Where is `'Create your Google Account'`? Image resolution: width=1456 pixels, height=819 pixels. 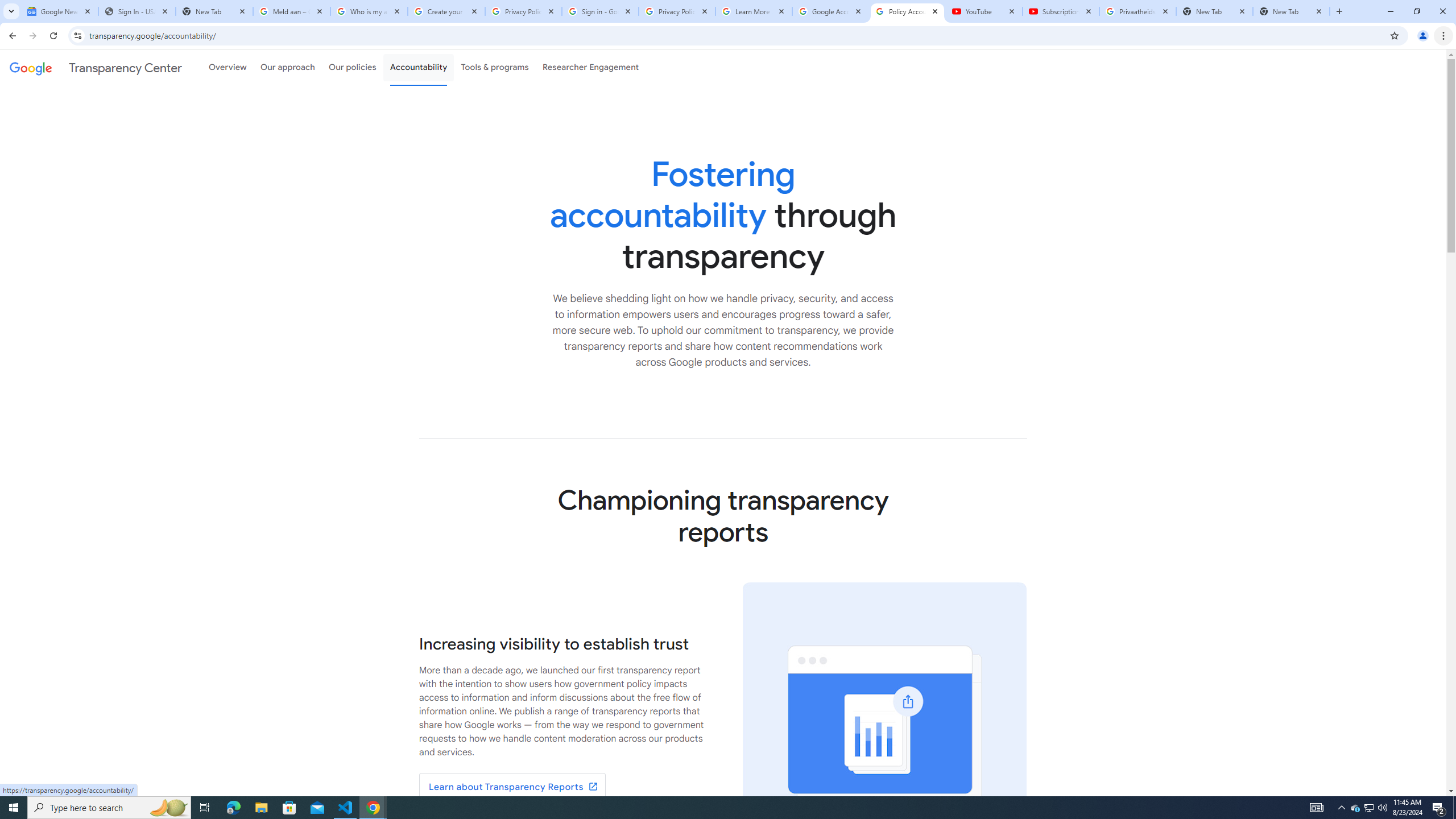 'Create your Google Account' is located at coordinates (446, 11).